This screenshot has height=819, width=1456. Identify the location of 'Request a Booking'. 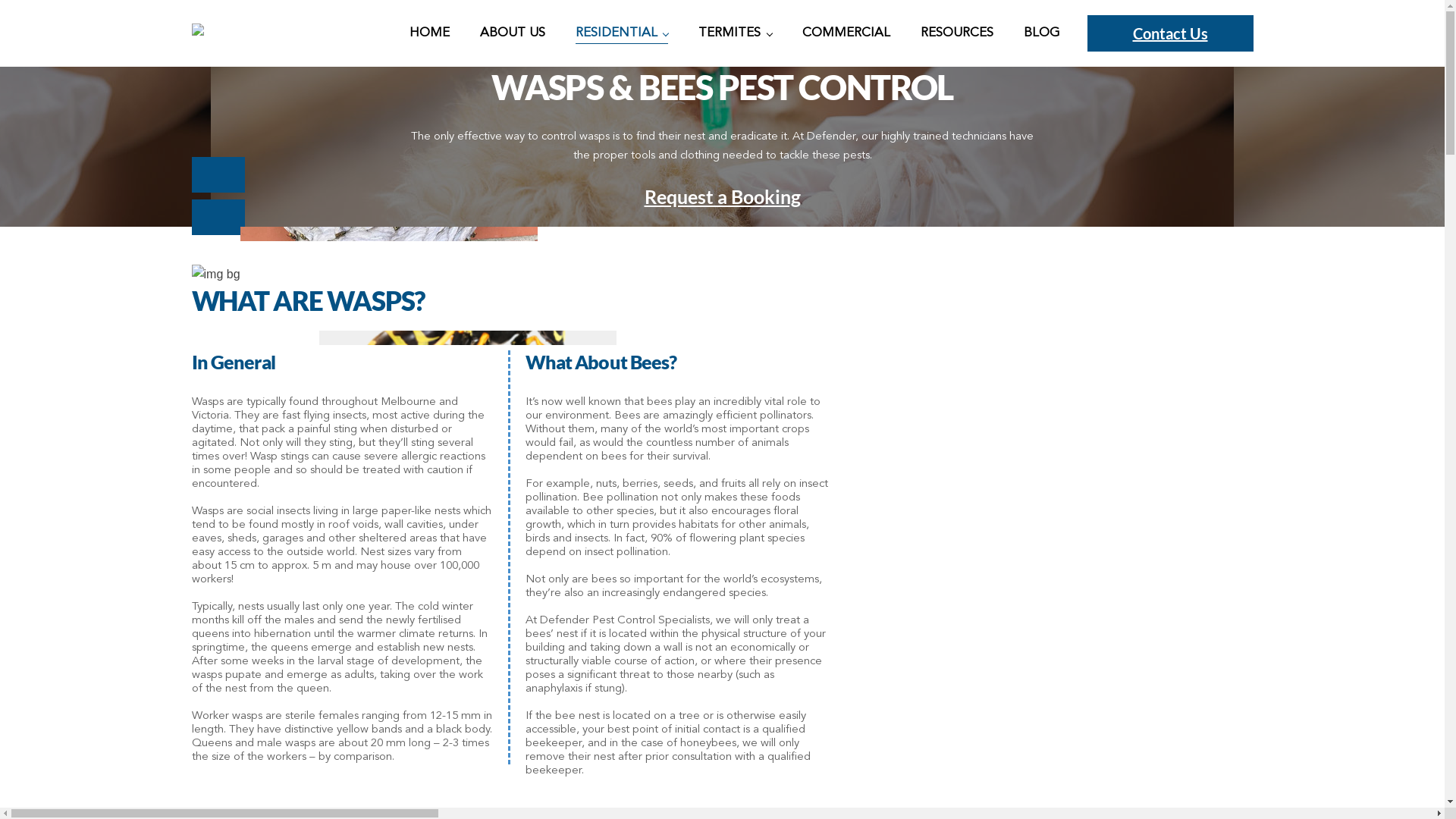
(720, 195).